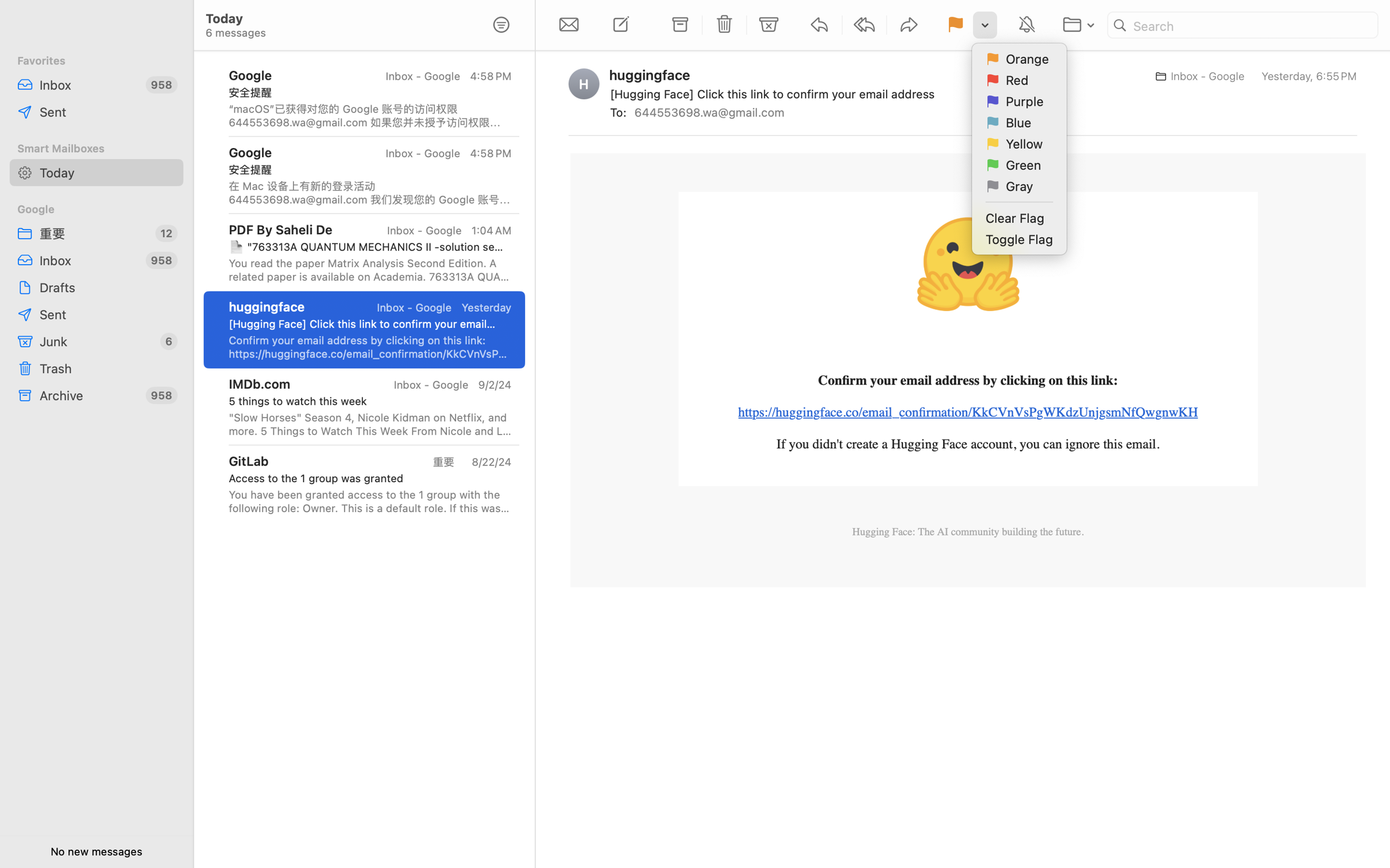 The height and width of the screenshot is (868, 1390). What do you see at coordinates (95, 851) in the screenshot?
I see `'No new messages'` at bounding box center [95, 851].